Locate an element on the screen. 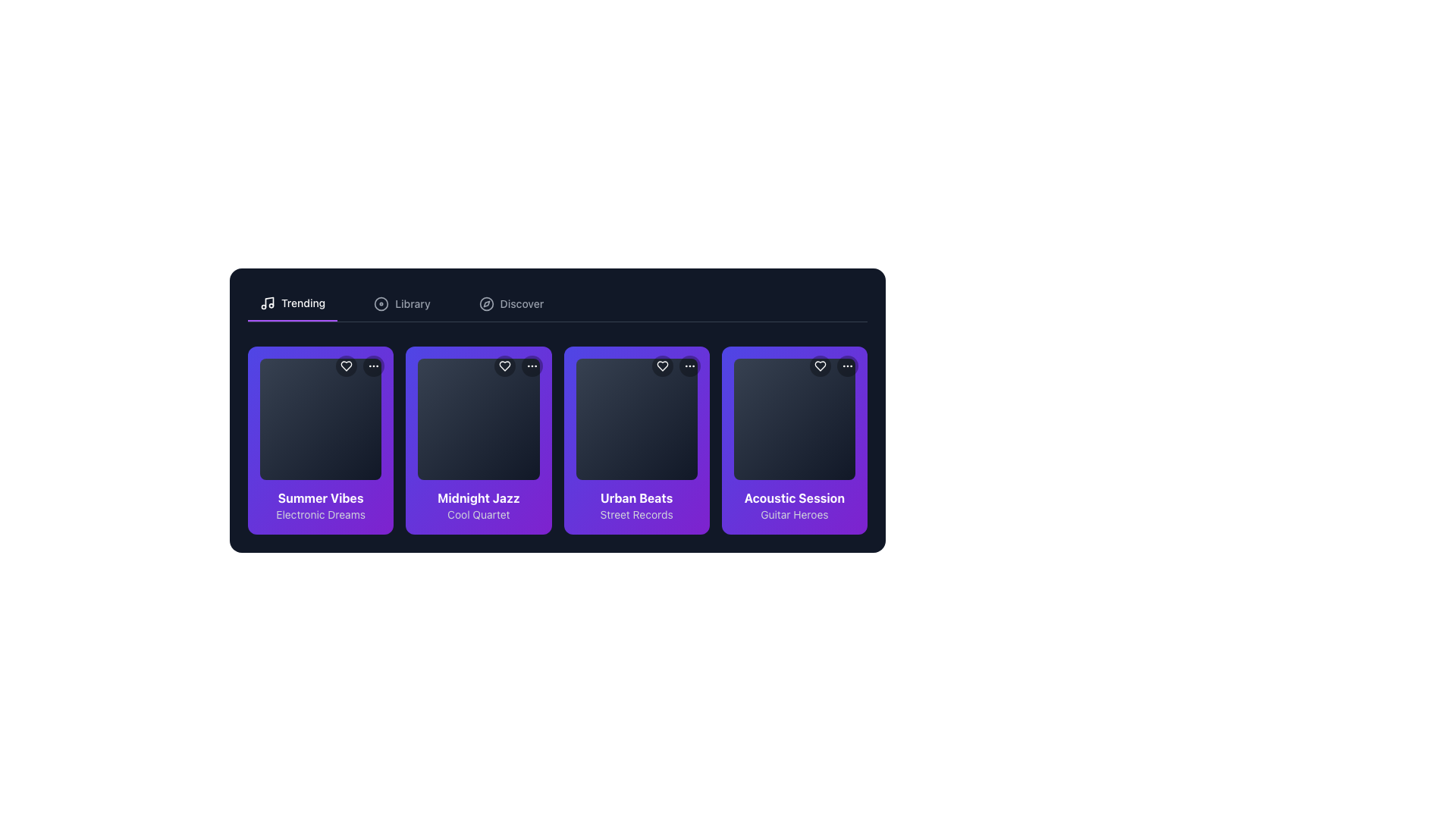  text 'Midnight Jazz', which is a bold label located at the top of the text area within the second card in the 'Trending' section, characterized by a purple background is located at coordinates (478, 498).